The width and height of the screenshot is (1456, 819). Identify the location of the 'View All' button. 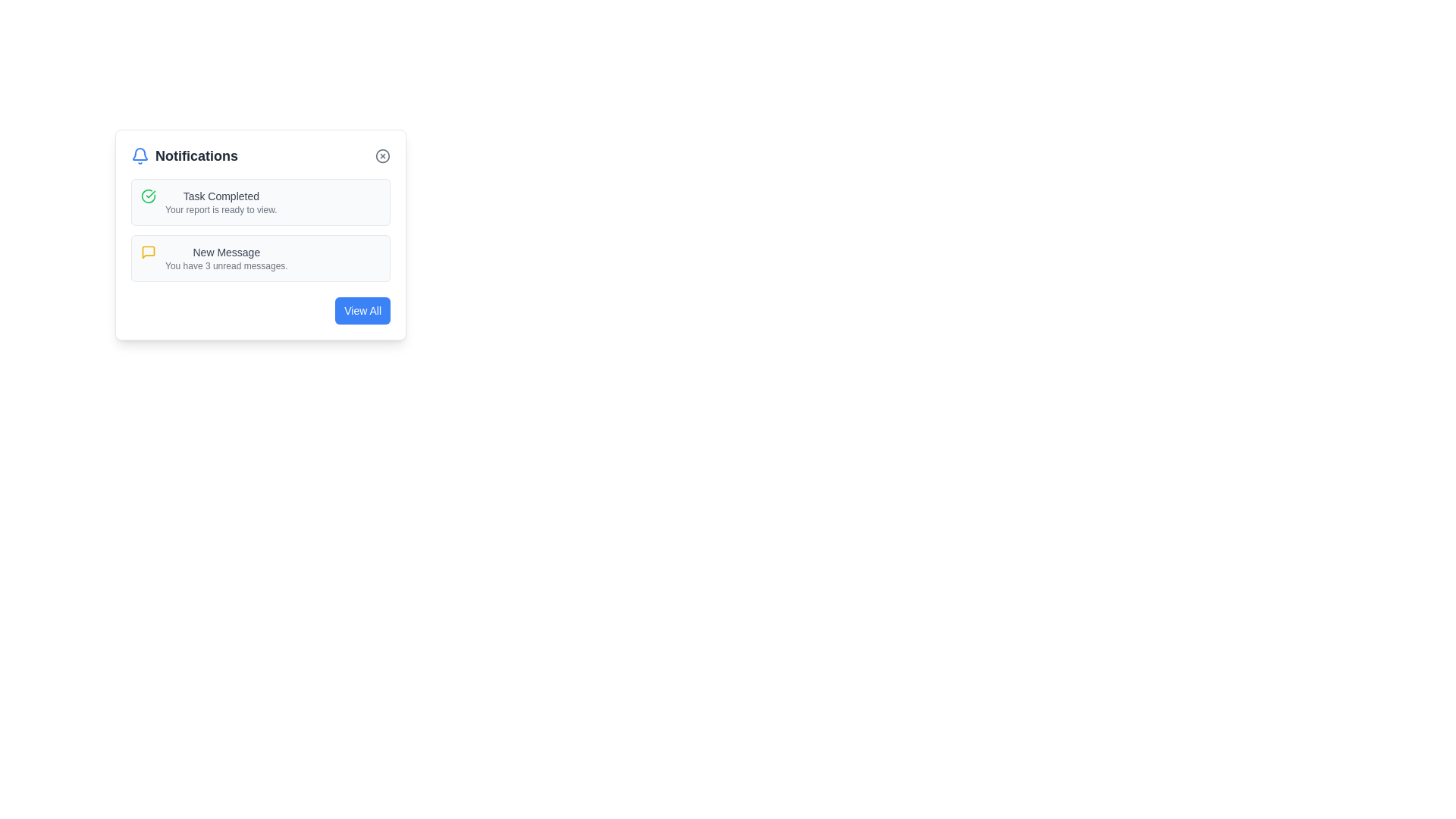
(362, 309).